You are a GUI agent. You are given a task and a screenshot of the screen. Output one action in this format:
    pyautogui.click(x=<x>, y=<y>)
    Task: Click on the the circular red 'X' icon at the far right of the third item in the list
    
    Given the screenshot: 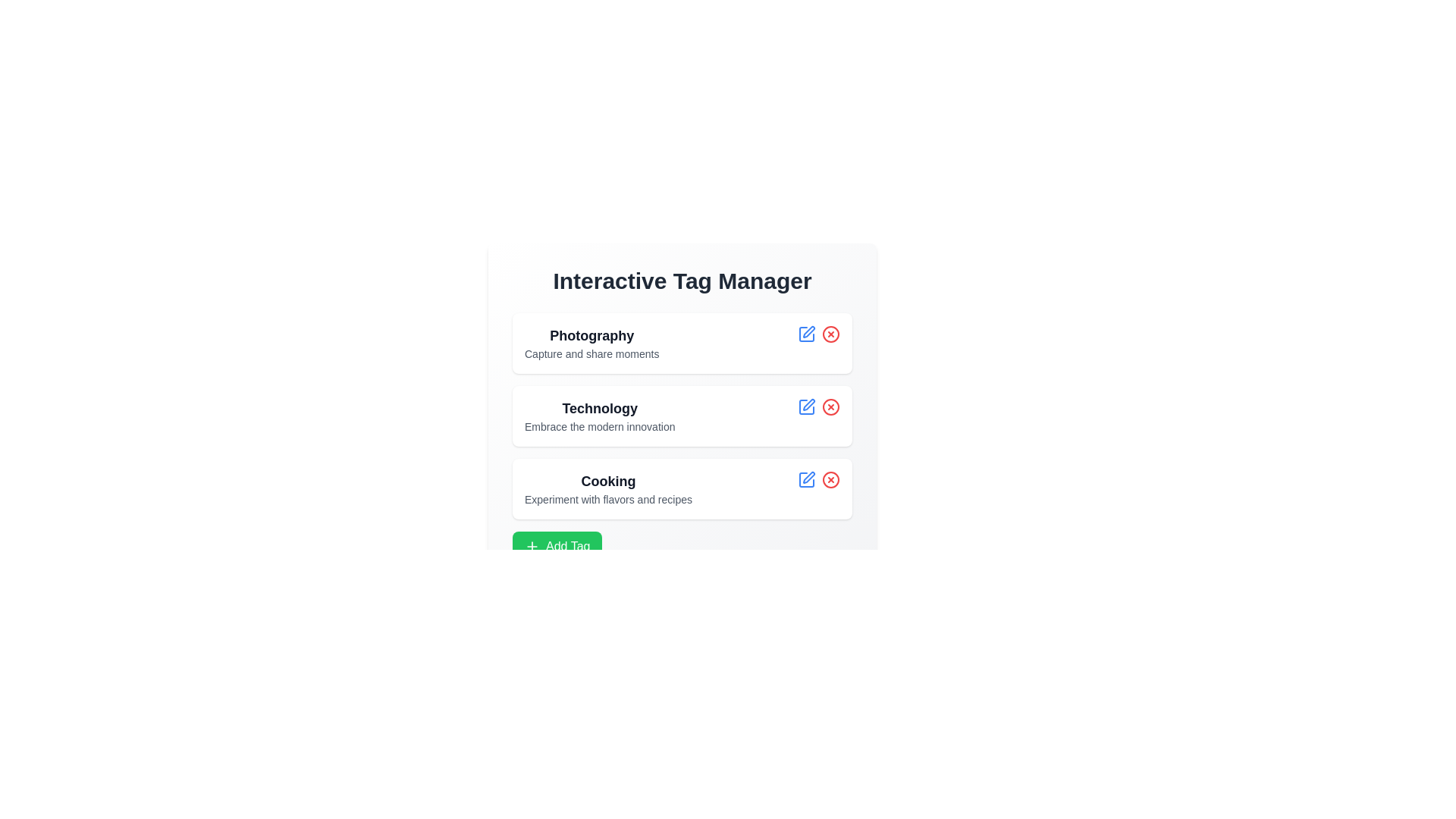 What is the action you would take?
    pyautogui.click(x=830, y=479)
    